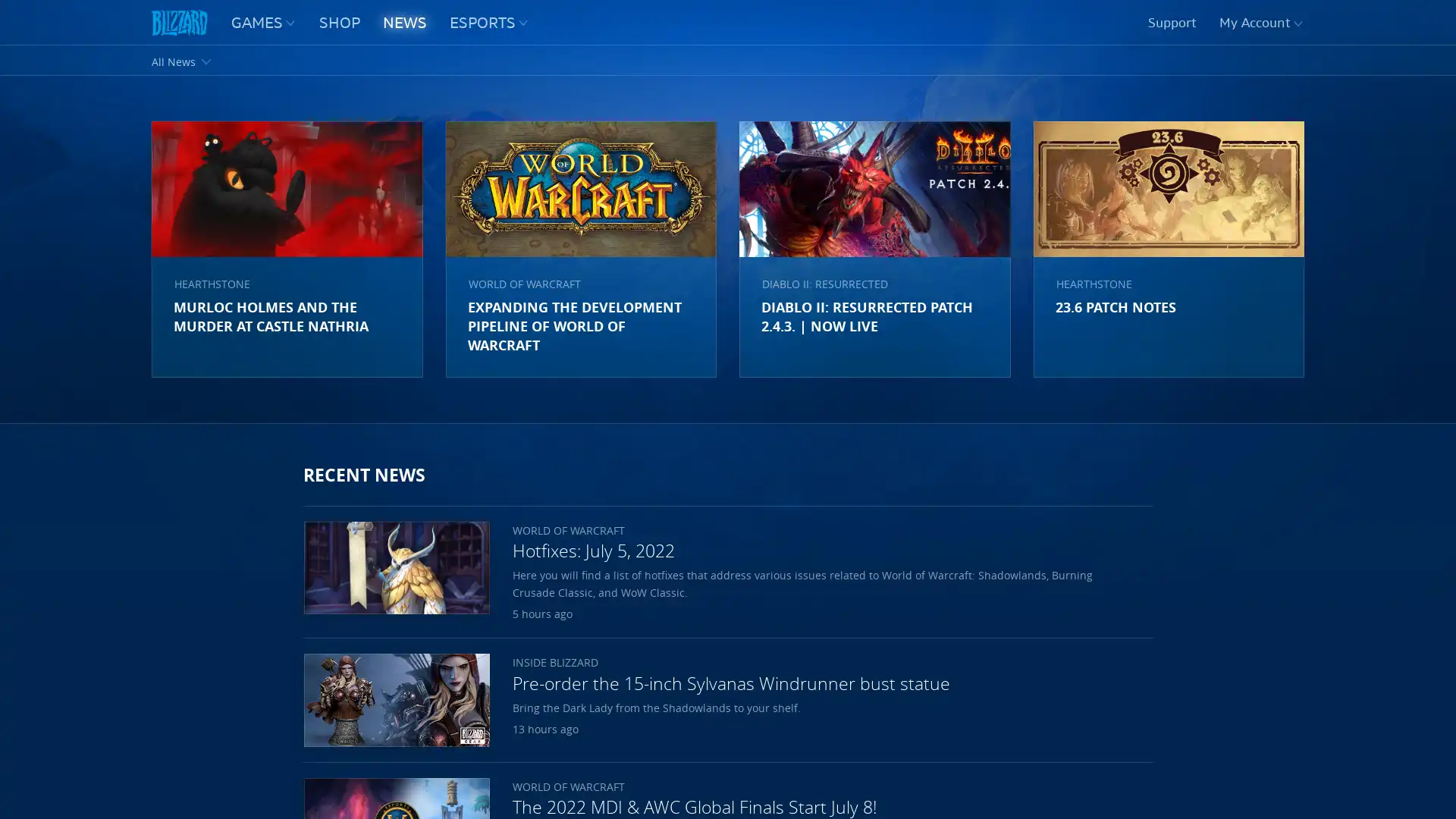 Image resolution: width=1456 pixels, height=819 pixels. What do you see at coordinates (182, 60) in the screenshot?
I see `All News` at bounding box center [182, 60].